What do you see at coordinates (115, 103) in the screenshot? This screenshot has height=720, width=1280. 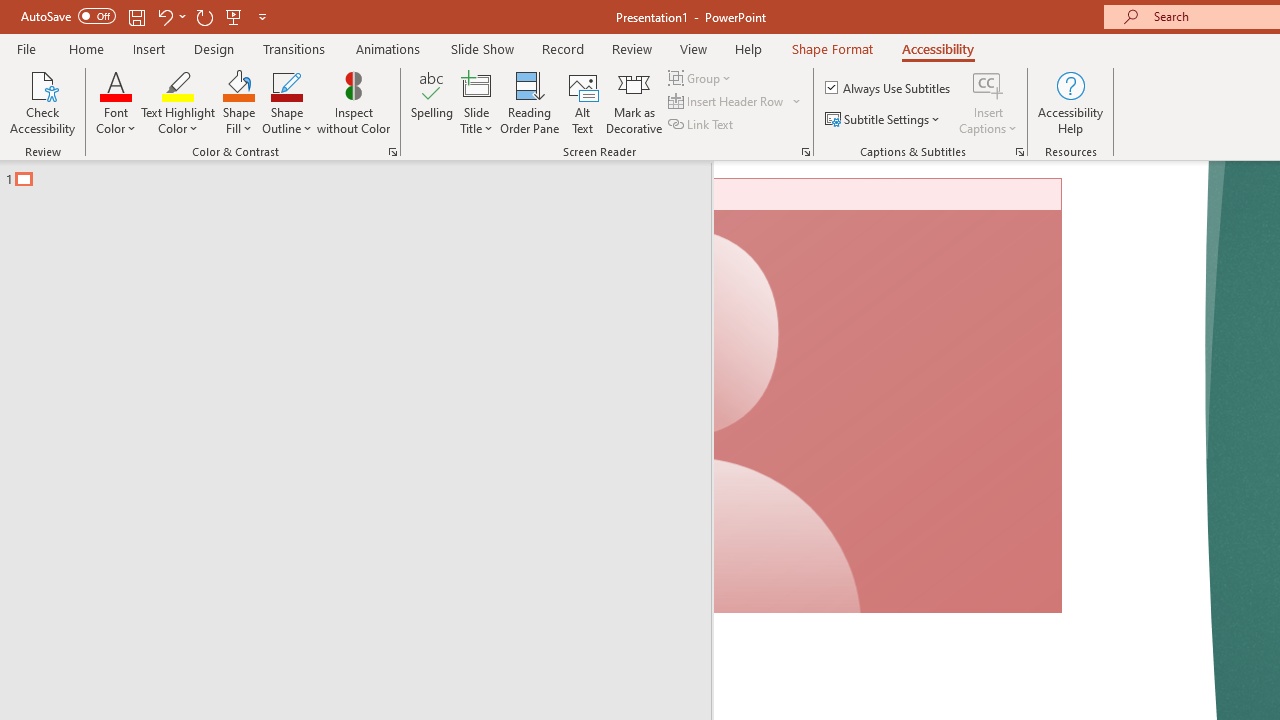 I see `'Font Color'` at bounding box center [115, 103].